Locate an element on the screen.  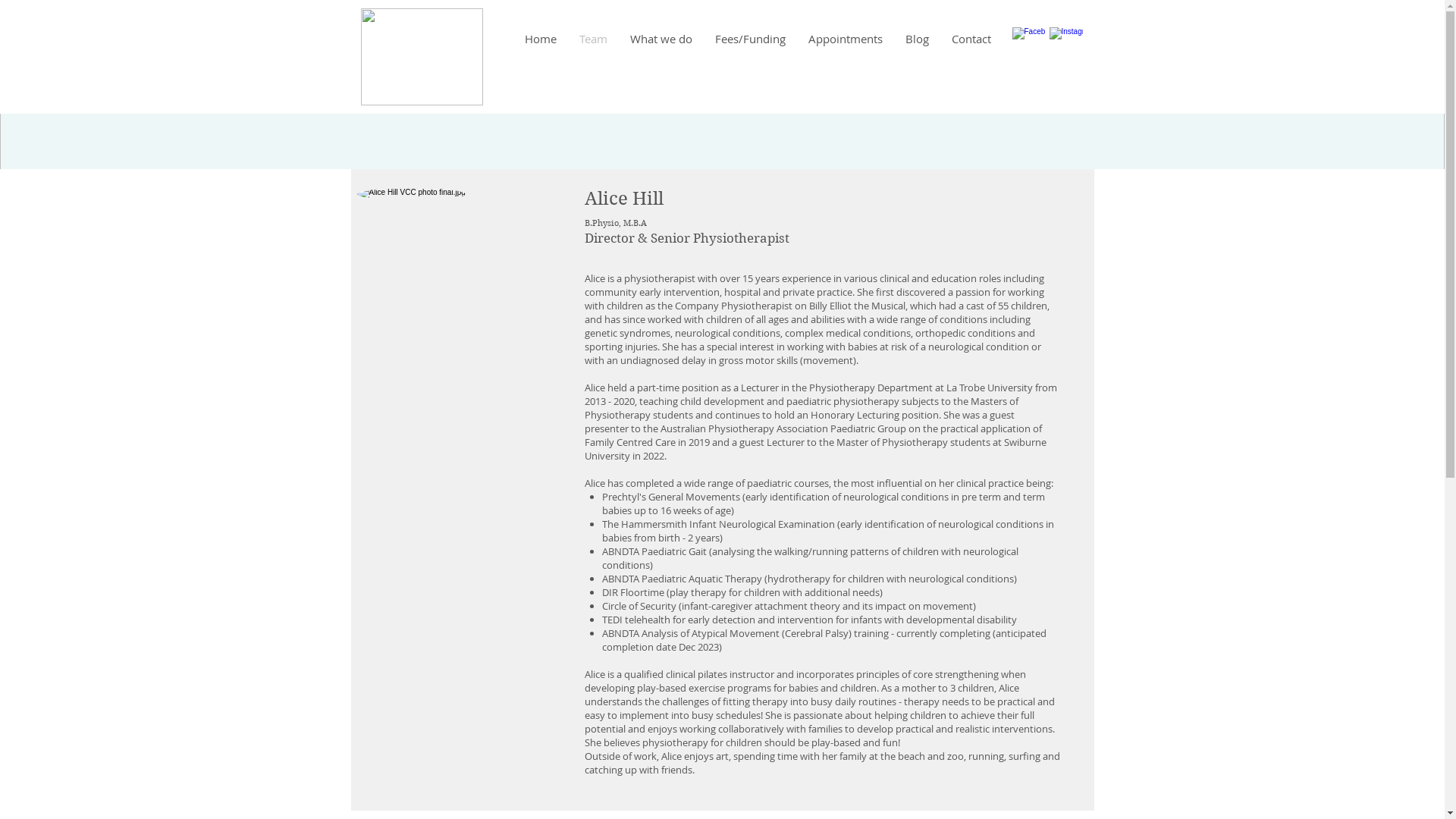
'Blog' is located at coordinates (893, 37).